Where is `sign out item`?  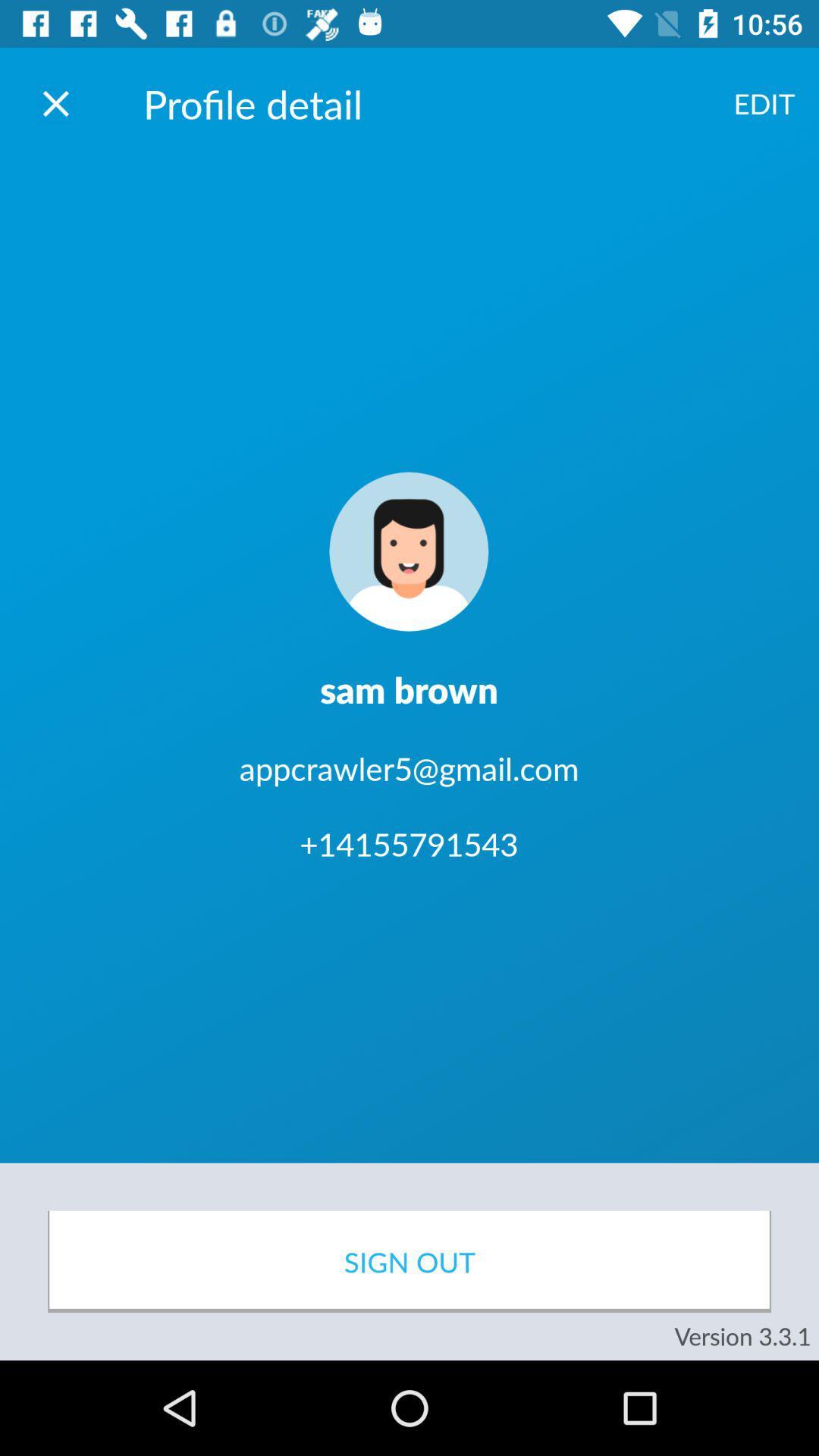
sign out item is located at coordinates (409, 1261).